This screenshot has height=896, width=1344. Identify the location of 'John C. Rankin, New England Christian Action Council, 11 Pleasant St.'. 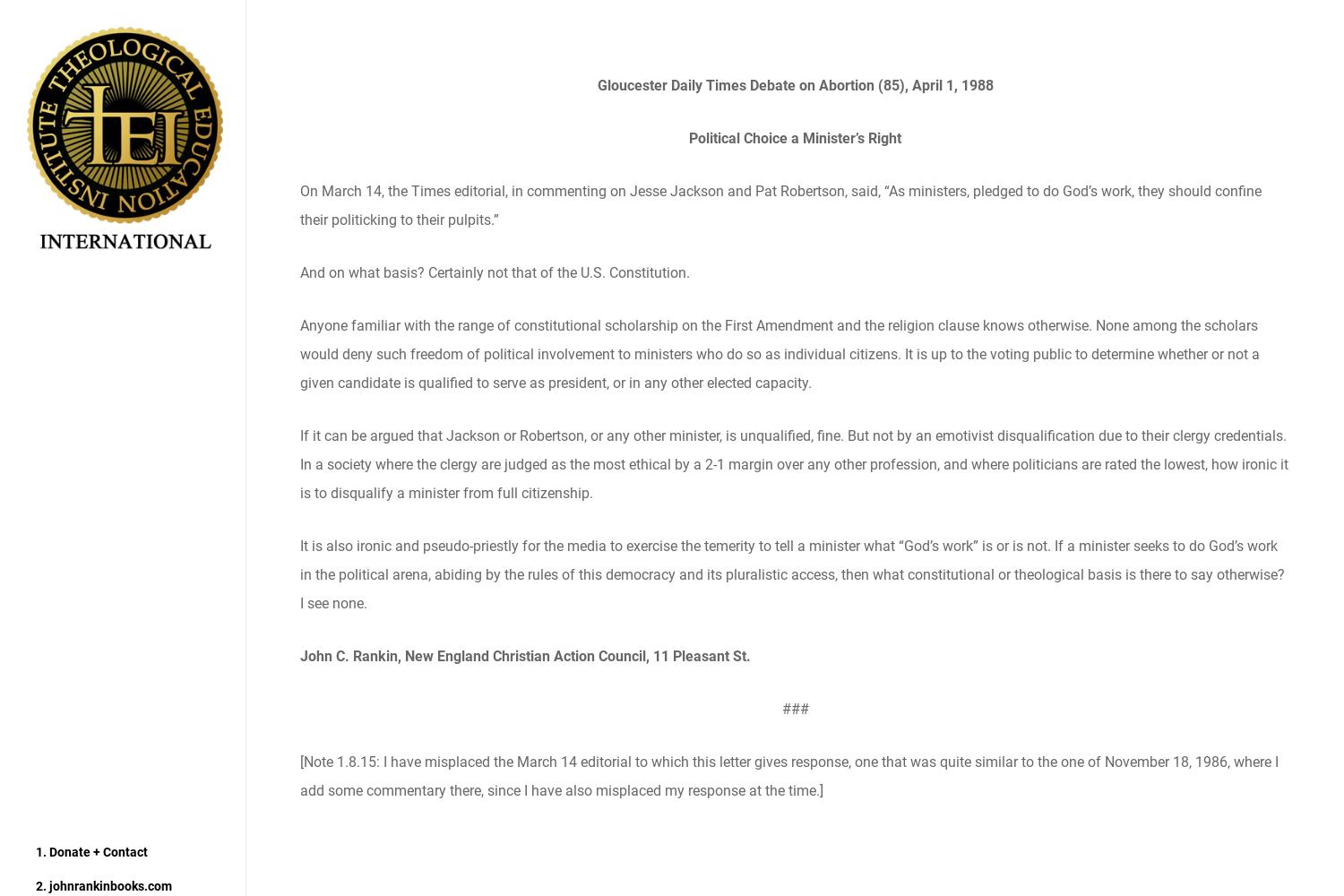
(524, 655).